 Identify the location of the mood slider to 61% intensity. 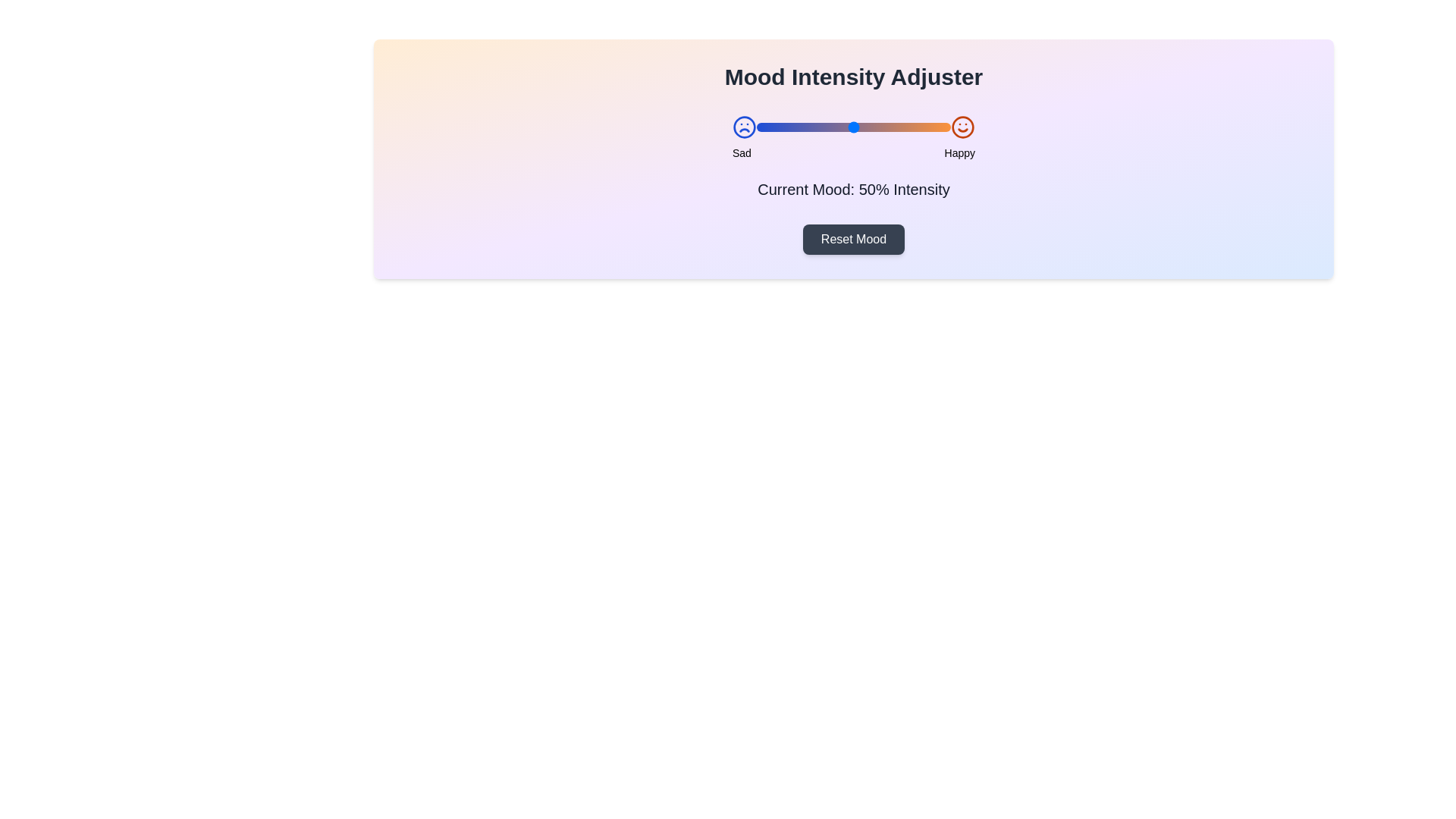
(875, 127).